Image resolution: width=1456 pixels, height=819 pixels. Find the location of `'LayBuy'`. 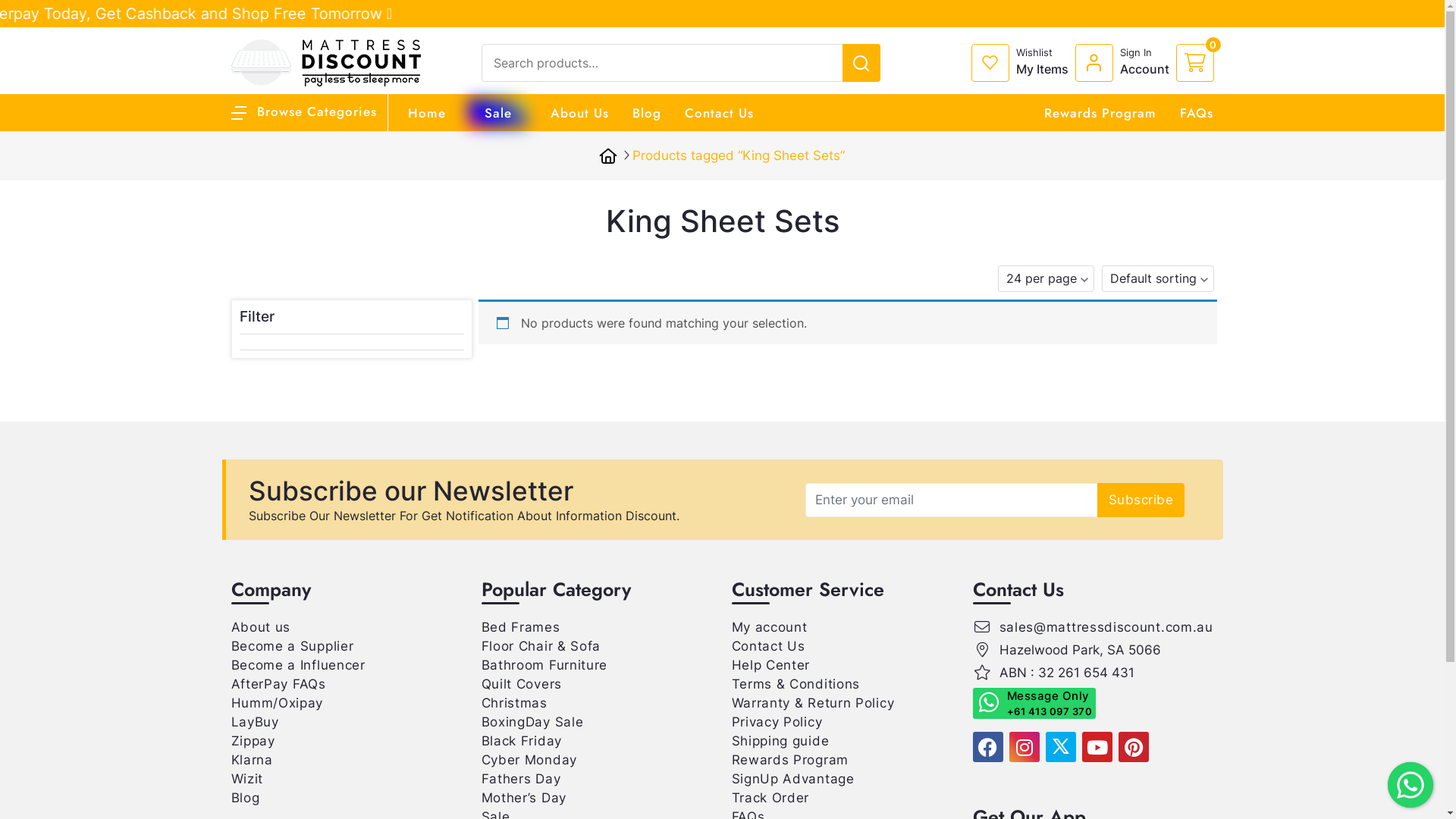

'LayBuy' is located at coordinates (254, 721).